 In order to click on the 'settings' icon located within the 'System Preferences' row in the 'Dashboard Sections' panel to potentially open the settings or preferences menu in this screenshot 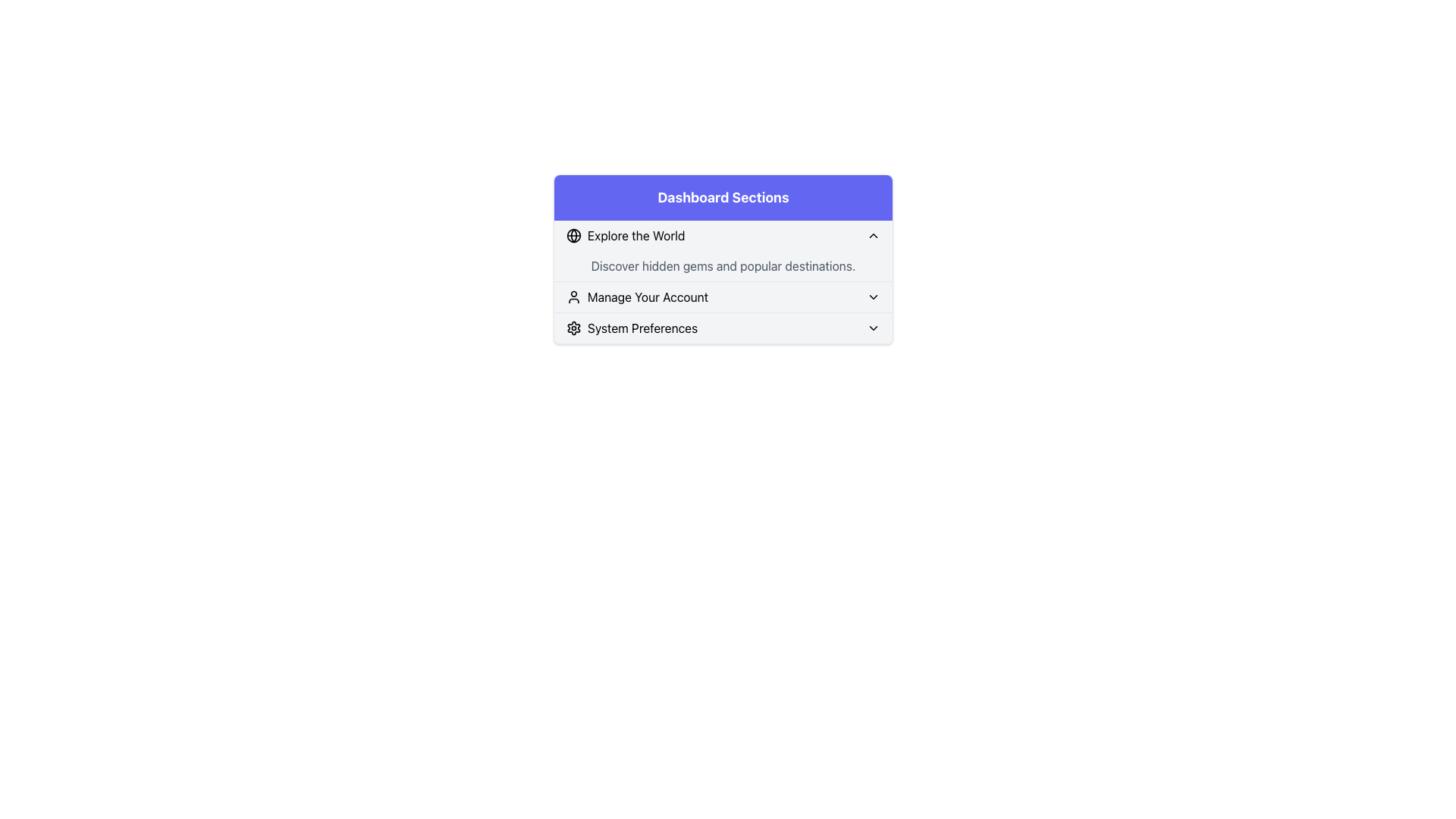, I will do `click(573, 327)`.